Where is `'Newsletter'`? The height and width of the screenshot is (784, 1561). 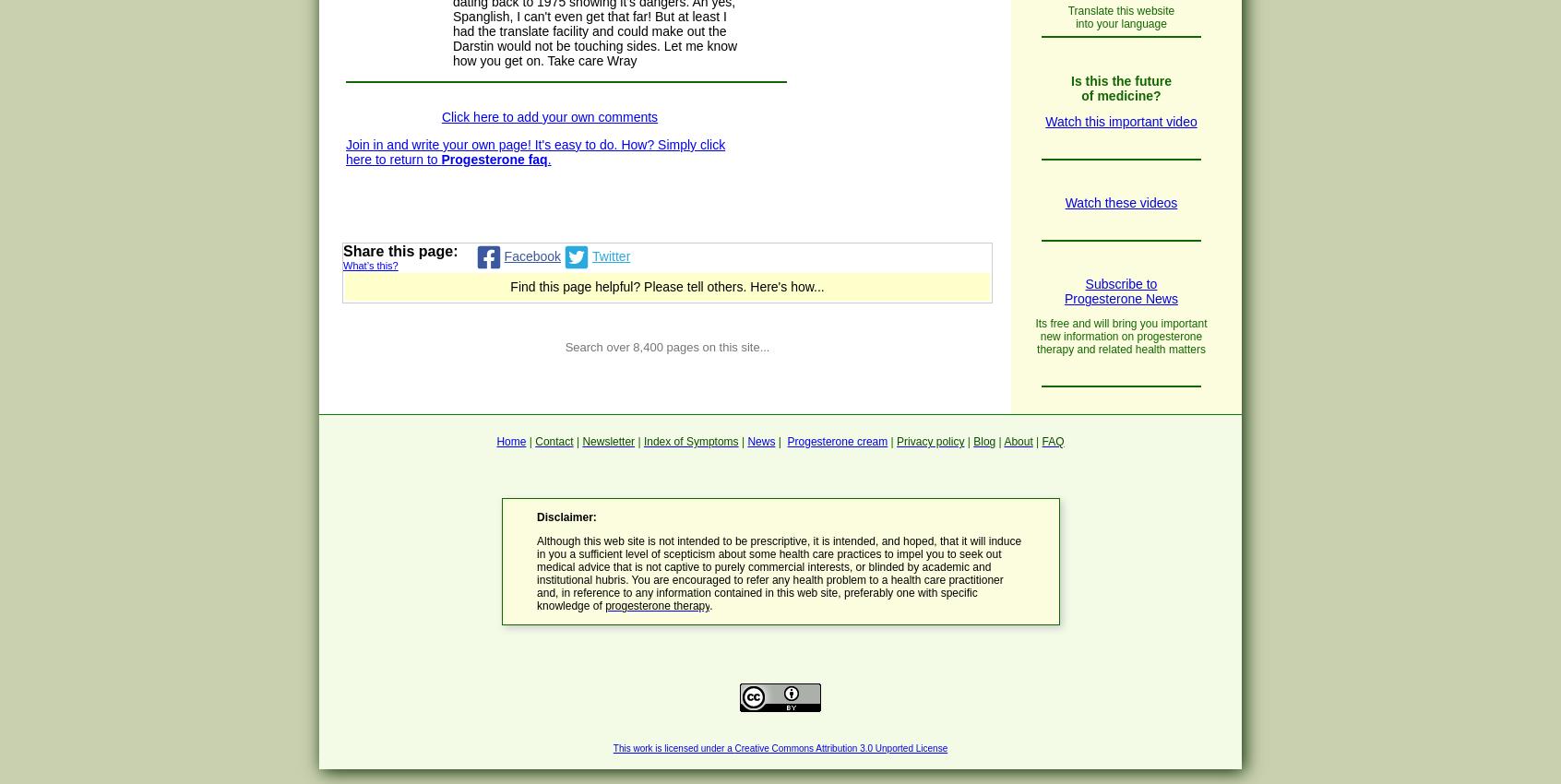
'Newsletter' is located at coordinates (608, 441).